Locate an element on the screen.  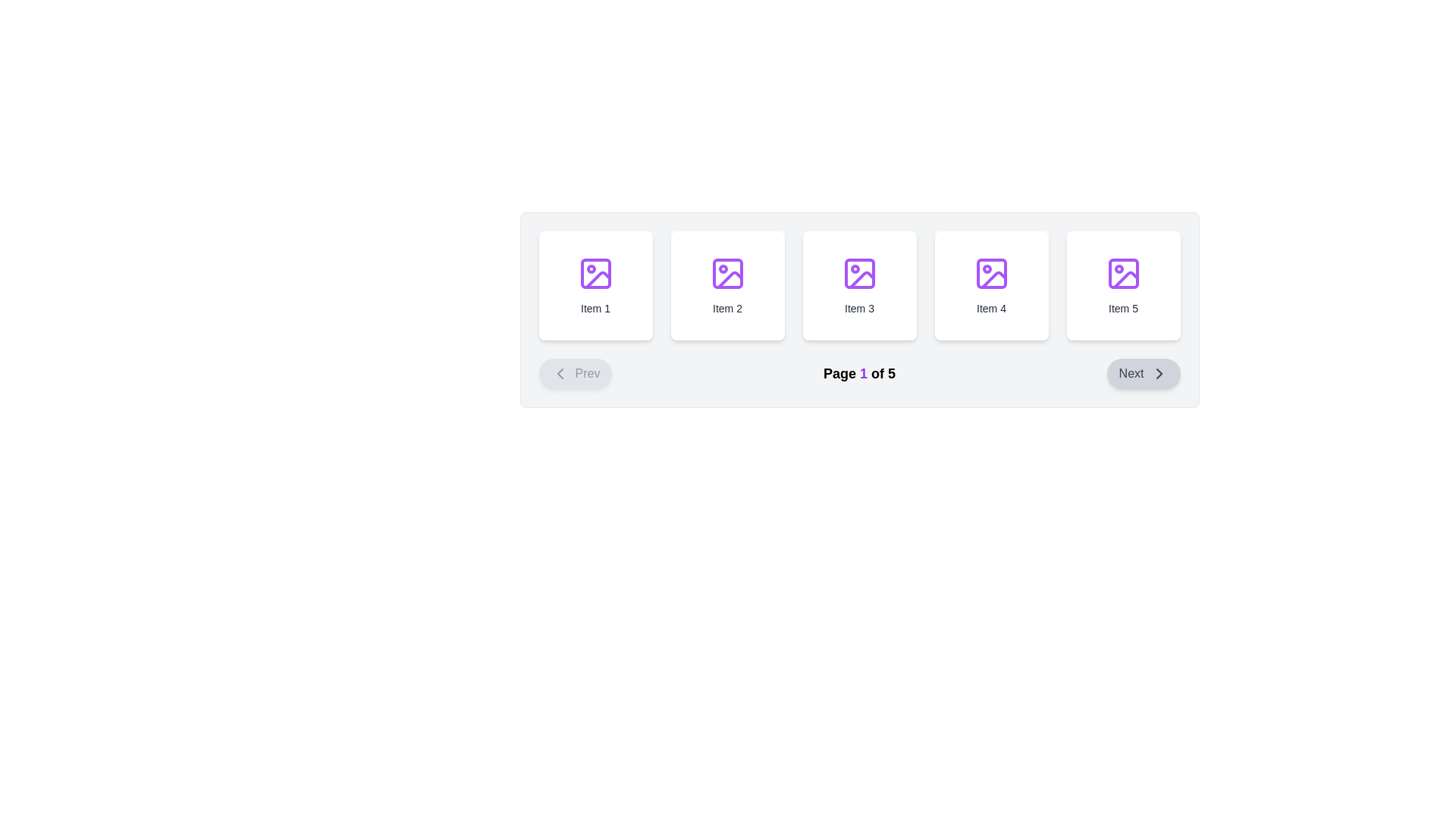
the Label displaying 'Item 1' in small gray text, located below the purple icon in the first card of a row of cards is located at coordinates (595, 308).